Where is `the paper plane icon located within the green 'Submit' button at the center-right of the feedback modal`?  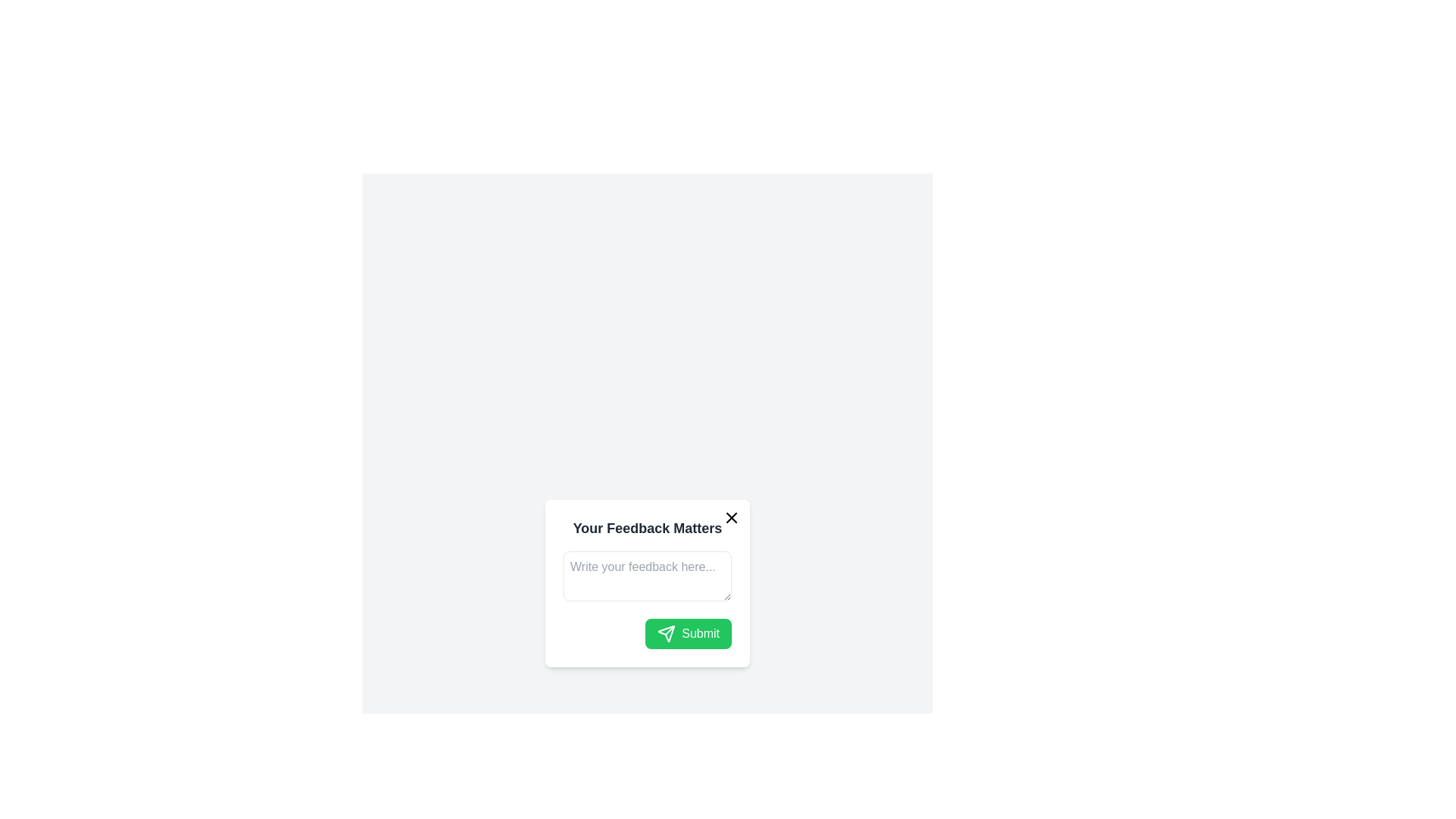 the paper plane icon located within the green 'Submit' button at the center-right of the feedback modal is located at coordinates (667, 633).